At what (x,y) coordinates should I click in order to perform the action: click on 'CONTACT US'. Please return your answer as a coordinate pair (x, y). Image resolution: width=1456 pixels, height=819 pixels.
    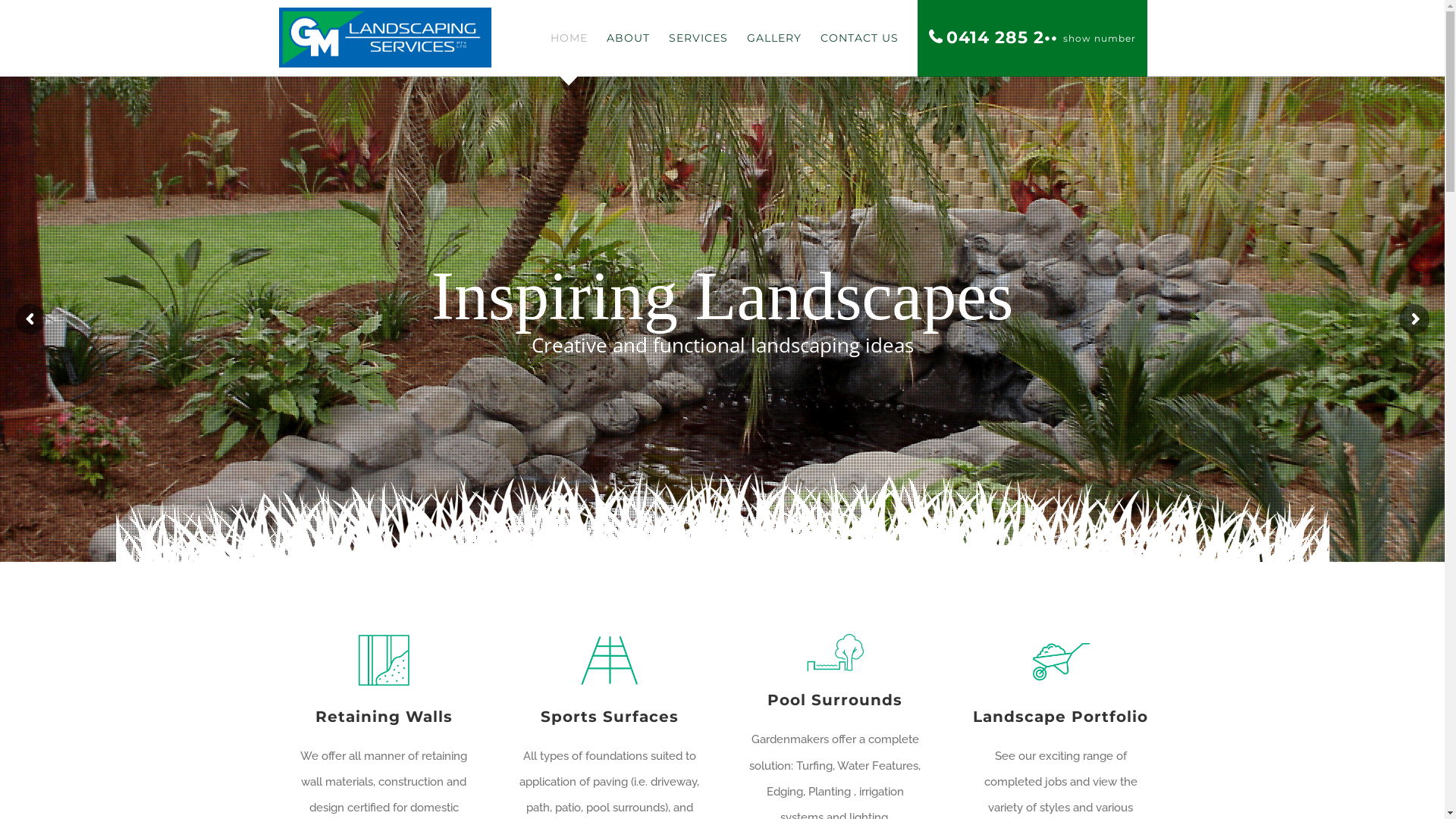
    Looking at the image, I should click on (859, 37).